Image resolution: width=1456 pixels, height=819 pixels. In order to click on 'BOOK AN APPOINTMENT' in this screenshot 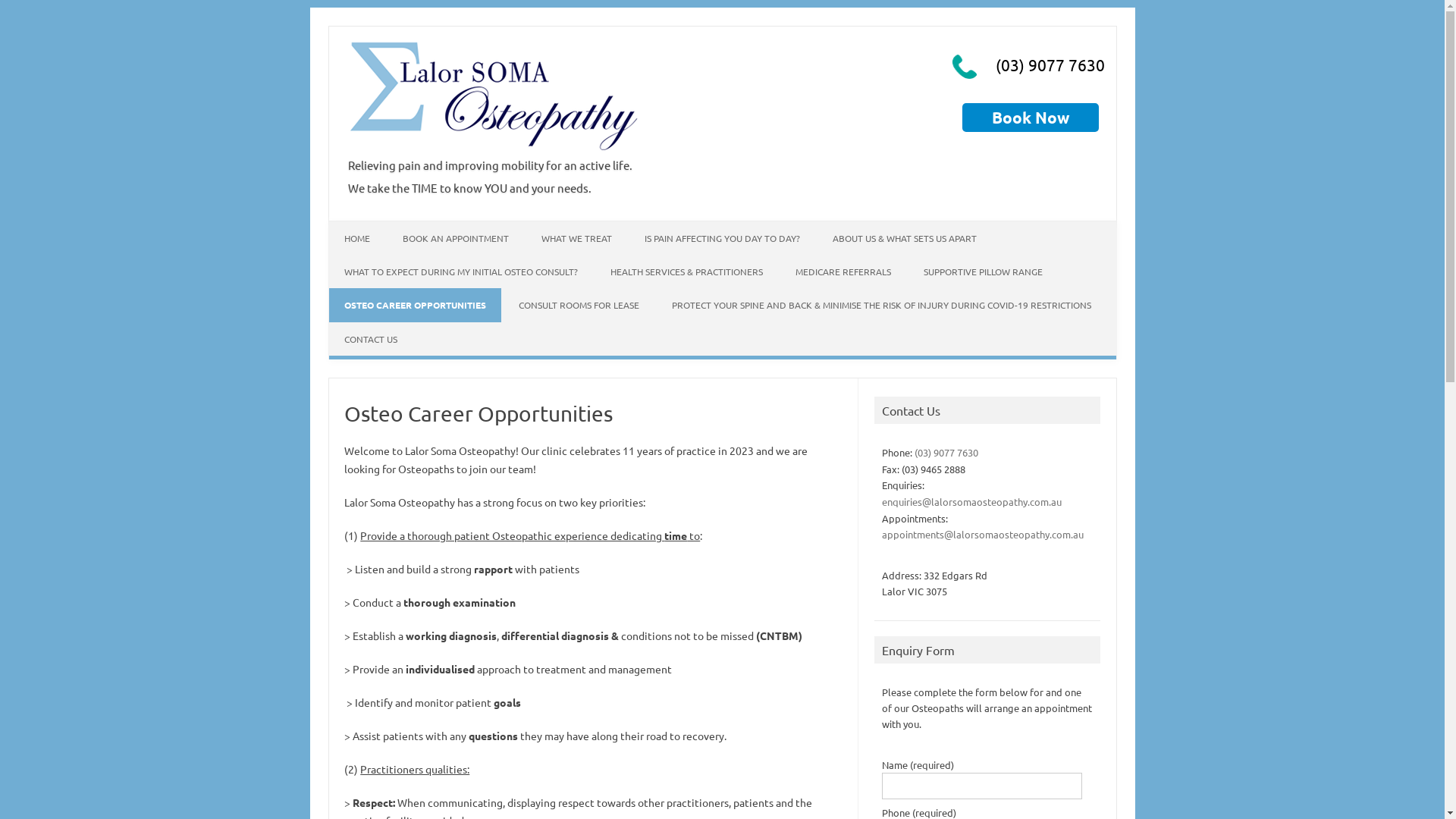, I will do `click(454, 237)`.